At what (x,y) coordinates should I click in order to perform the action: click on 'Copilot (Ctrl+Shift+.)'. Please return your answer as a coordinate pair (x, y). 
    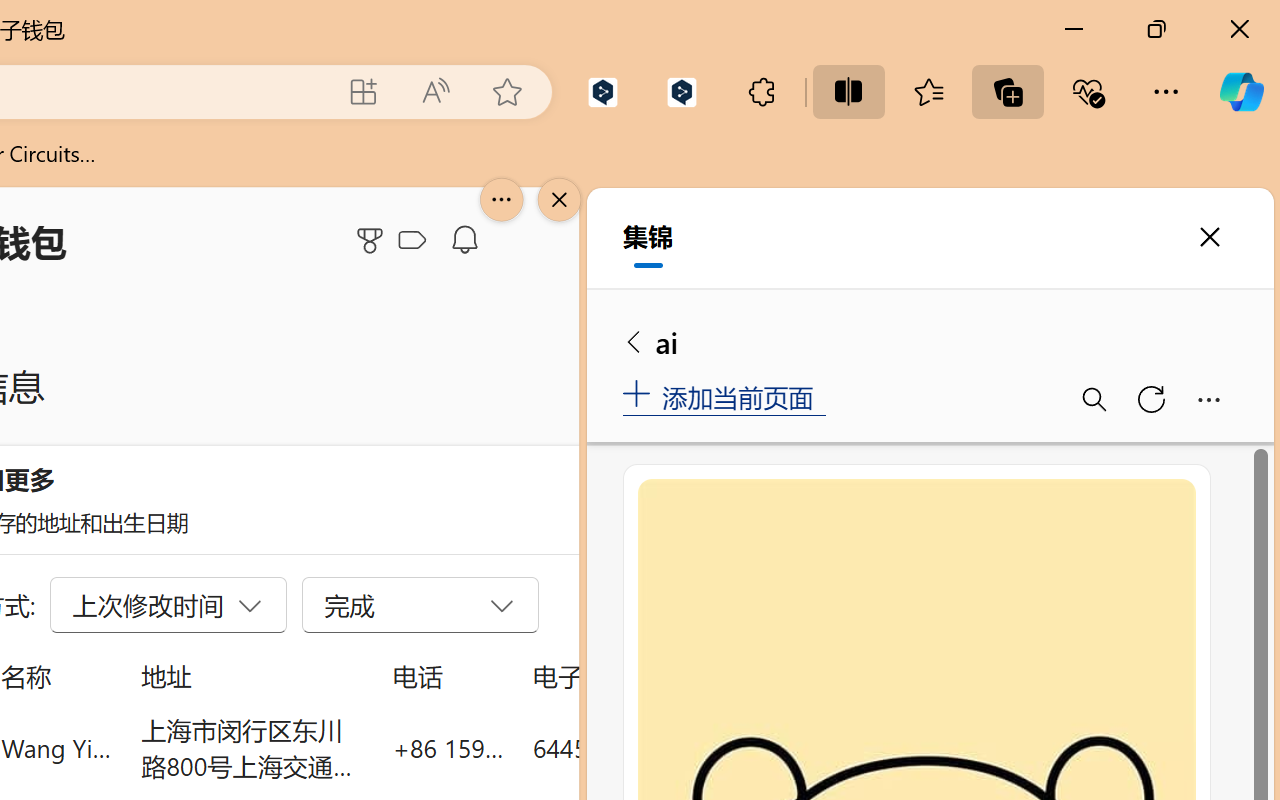
    Looking at the image, I should click on (1240, 91).